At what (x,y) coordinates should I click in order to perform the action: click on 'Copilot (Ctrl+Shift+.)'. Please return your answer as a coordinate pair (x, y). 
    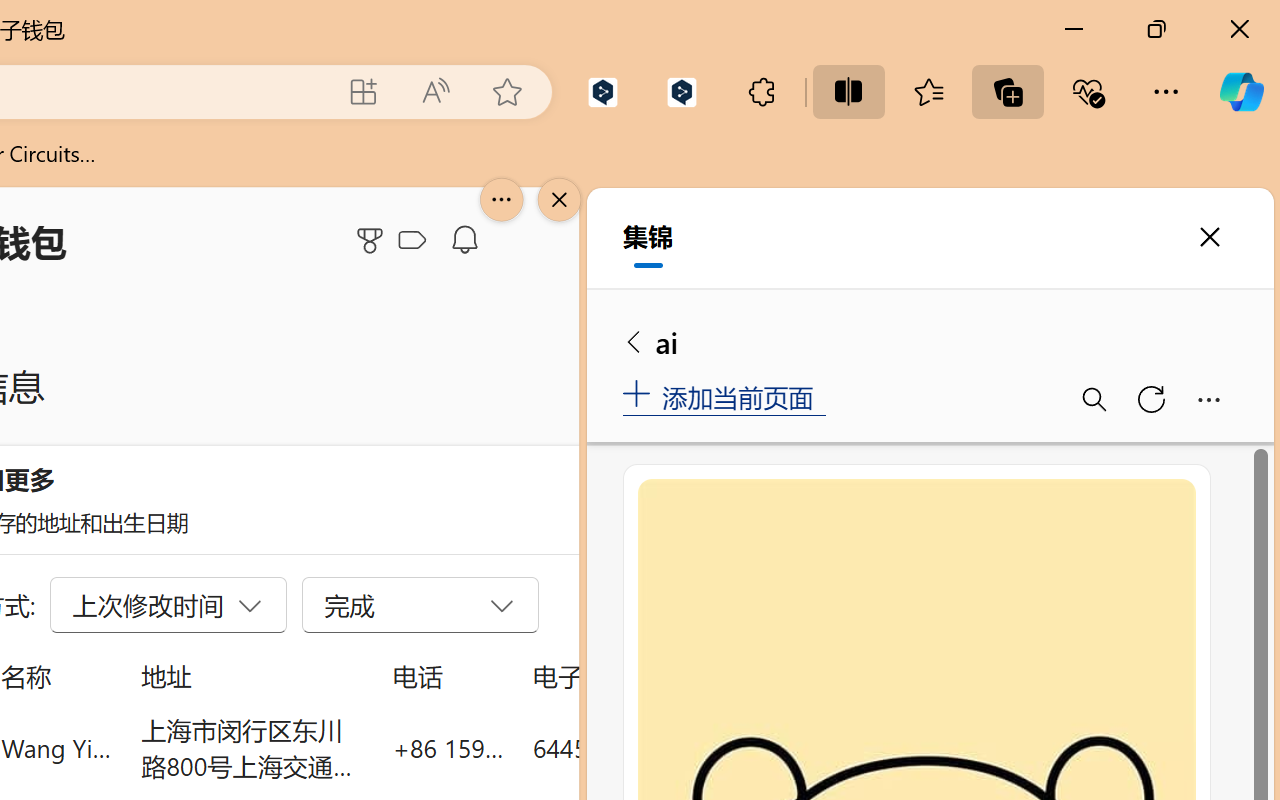
    Looking at the image, I should click on (1240, 91).